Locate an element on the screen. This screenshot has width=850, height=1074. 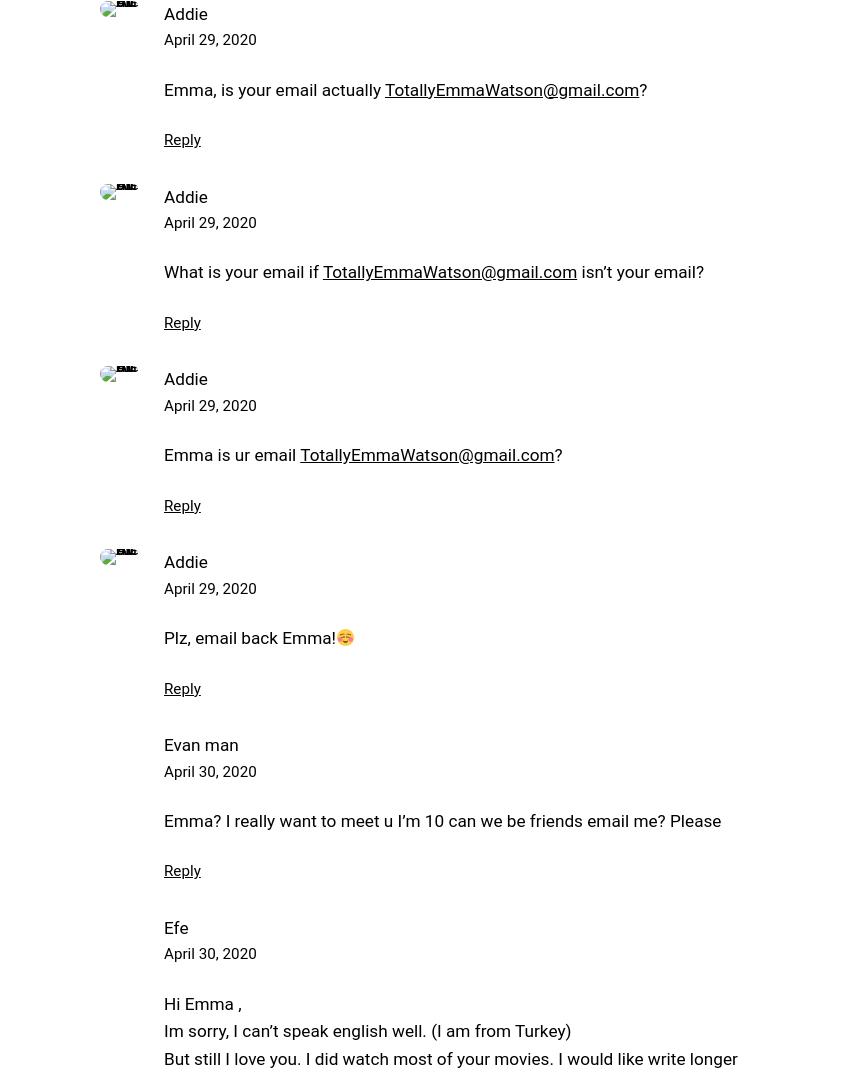
'Hi Emma ,' is located at coordinates (163, 1002).